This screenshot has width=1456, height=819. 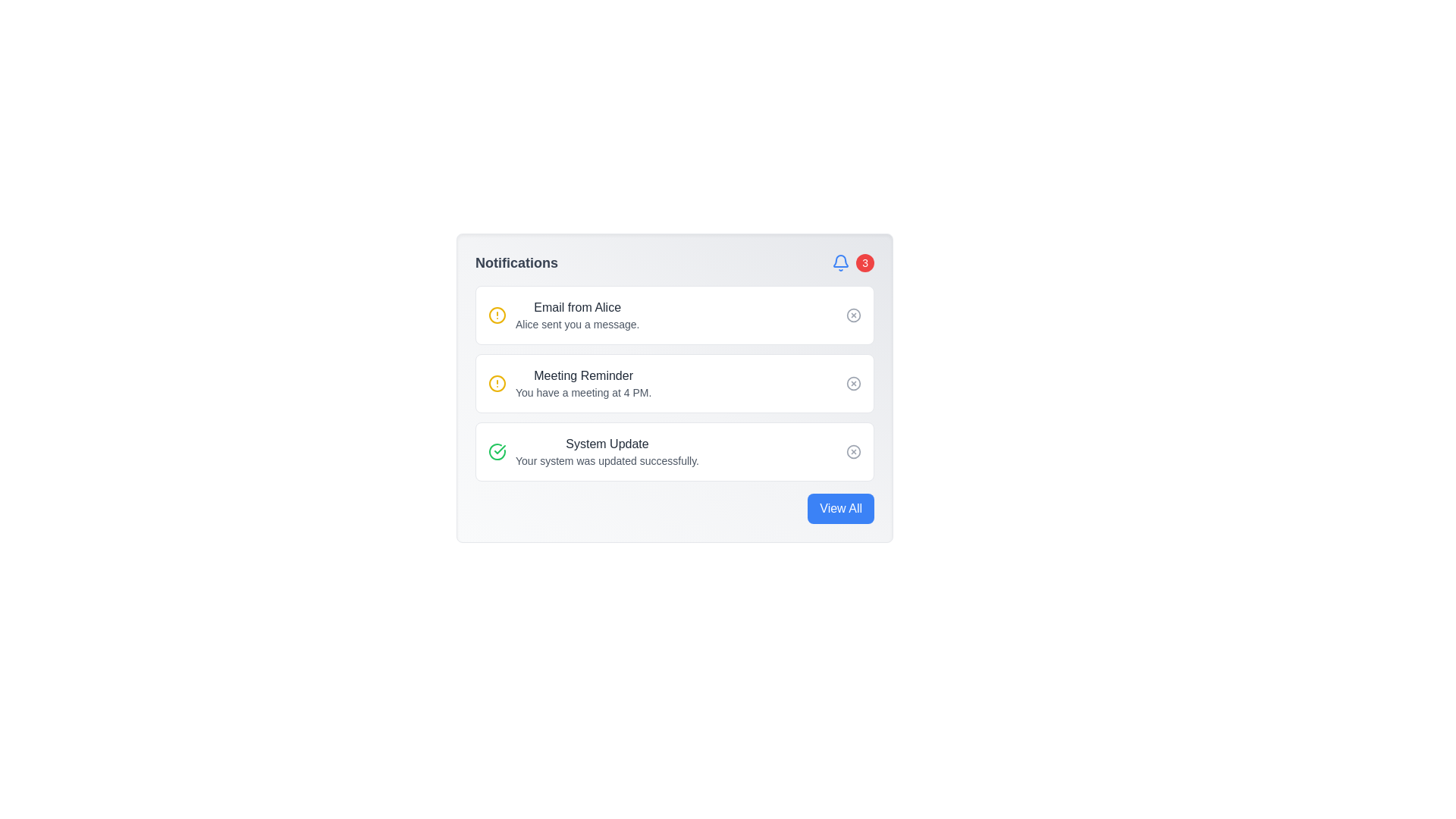 I want to click on the descriptive text of the notification tile titled 'Meeting Reminder', which provides details about an upcoming meeting scheduled for 4 PM, so click(x=582, y=391).